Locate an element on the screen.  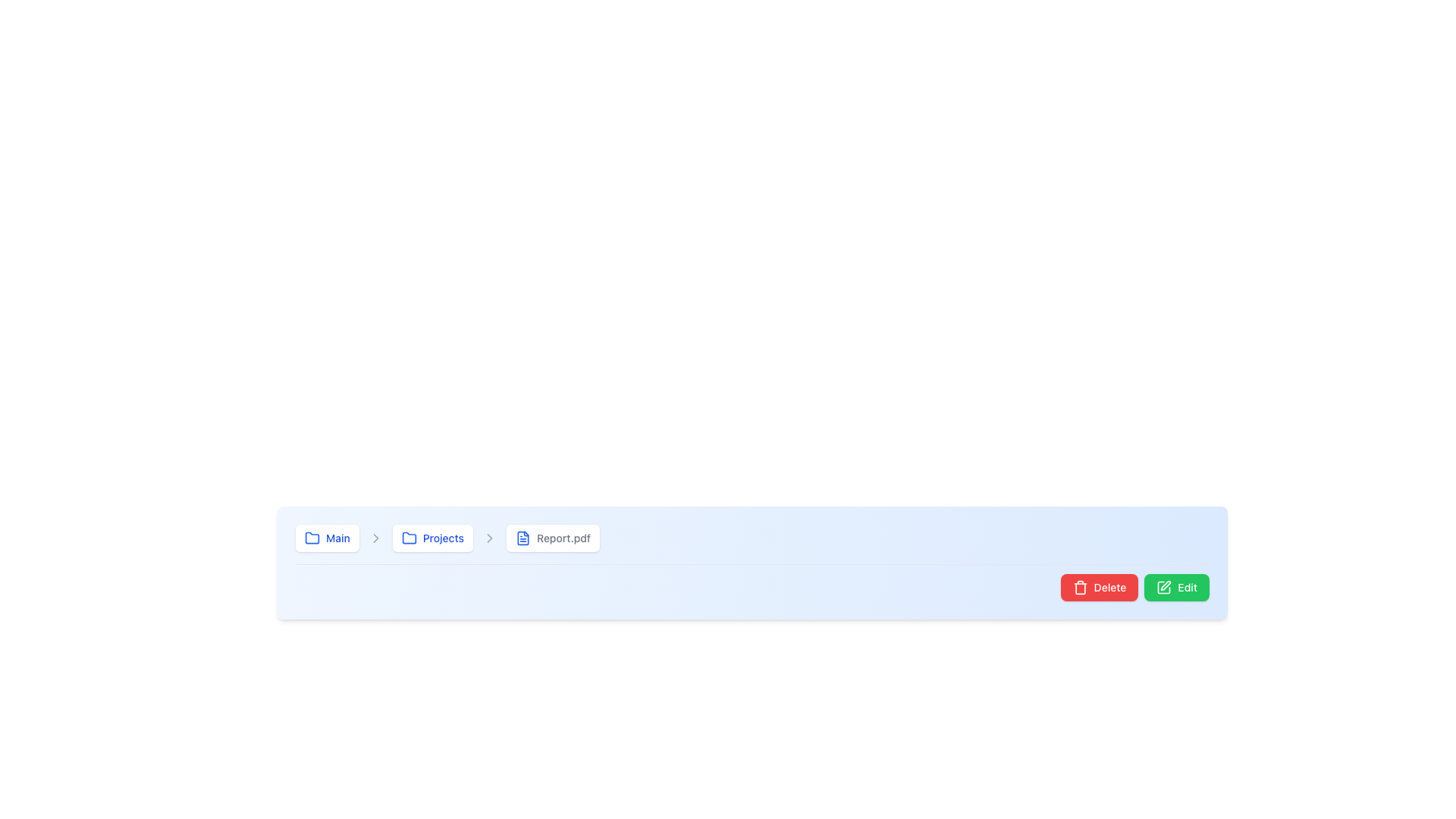
the 'Main' text label that indicates the name or title associated with the folder in the navigation interface, positioned to the right of the folder icon is located at coordinates (337, 537).